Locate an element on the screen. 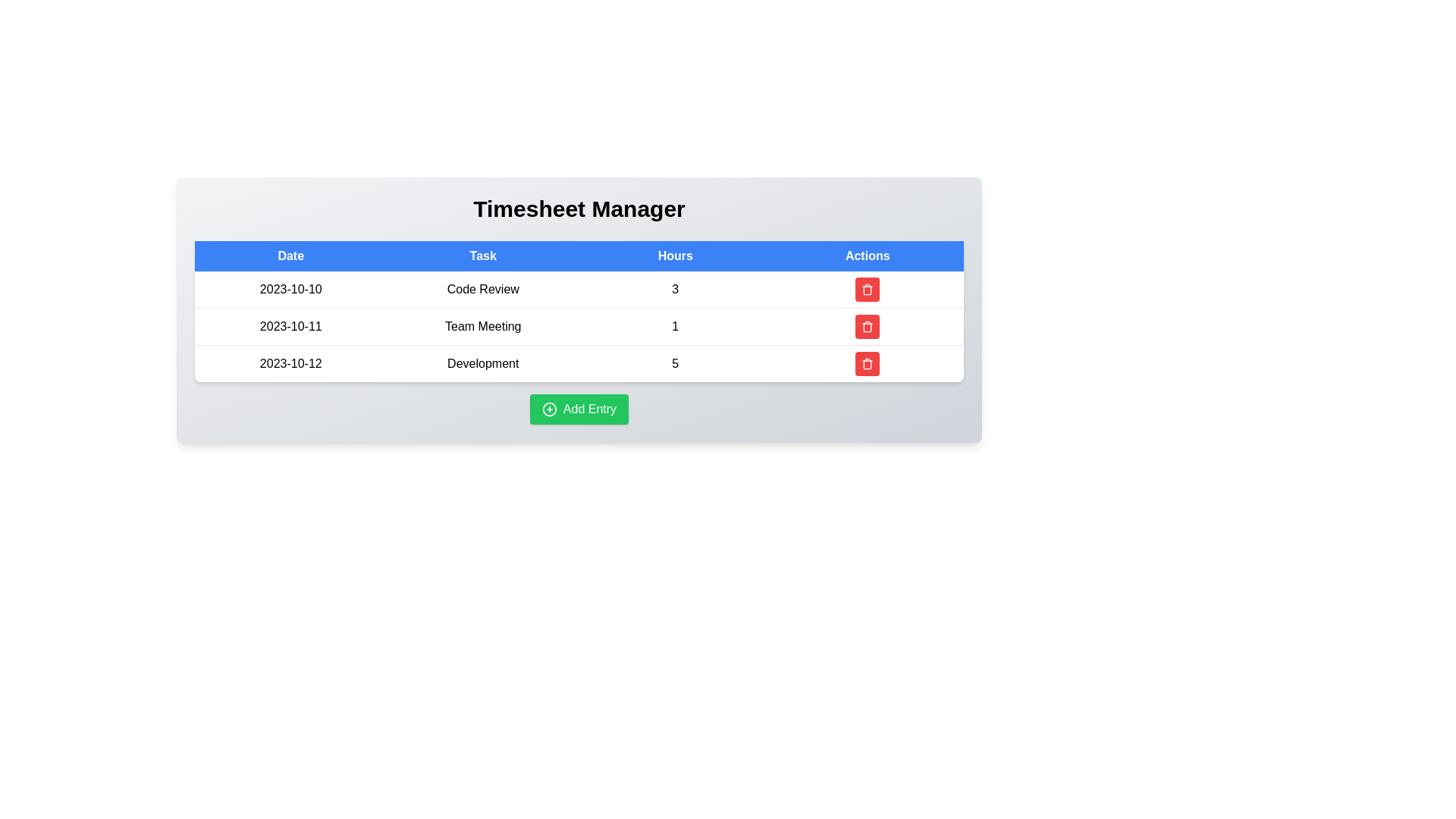 This screenshot has height=819, width=1456. the red button with a white trashcan icon located is located at coordinates (868, 326).